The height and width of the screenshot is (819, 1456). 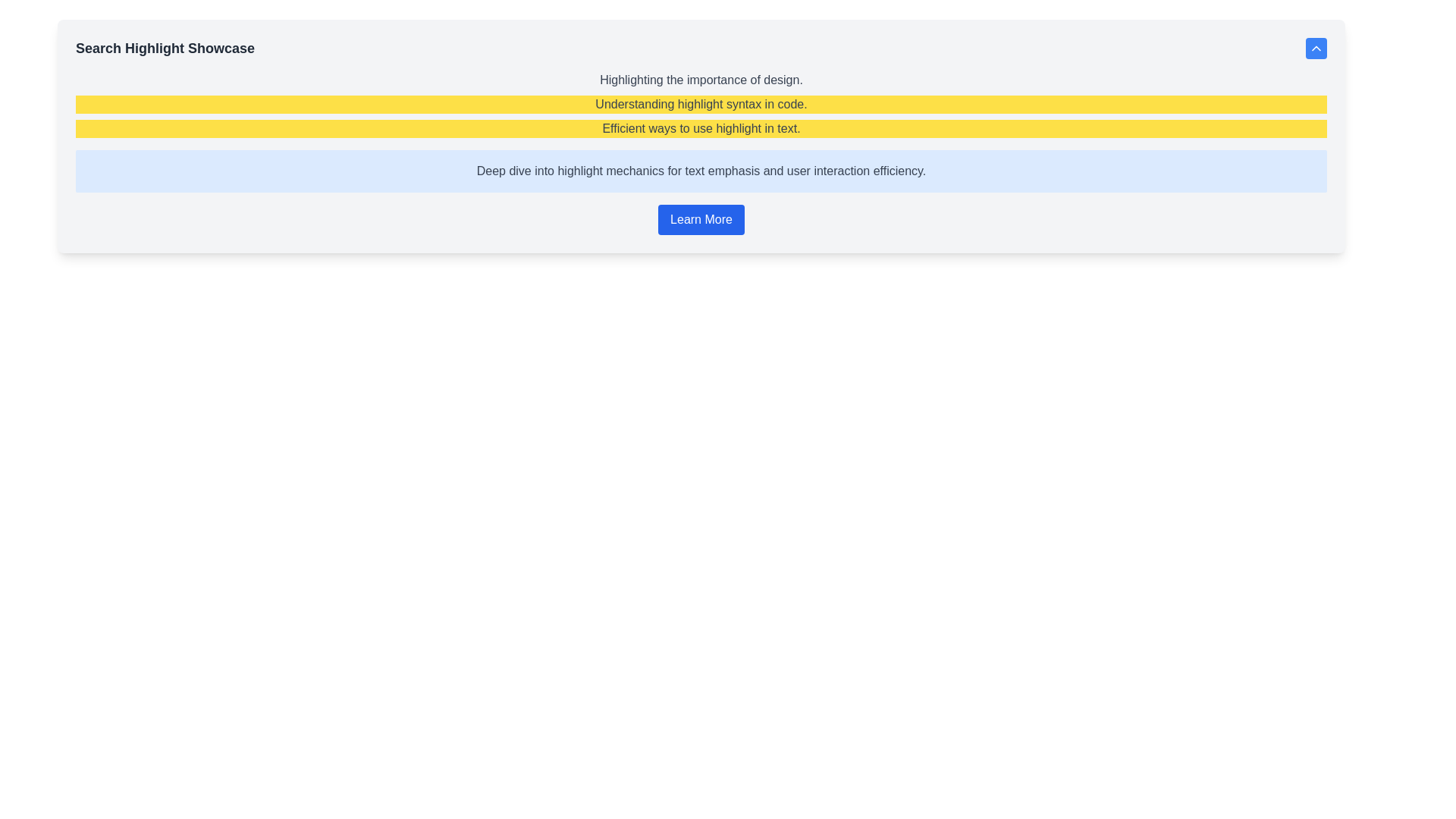 I want to click on the upward navigation icon located in the top-right corner of the main interface card, so click(x=1316, y=48).